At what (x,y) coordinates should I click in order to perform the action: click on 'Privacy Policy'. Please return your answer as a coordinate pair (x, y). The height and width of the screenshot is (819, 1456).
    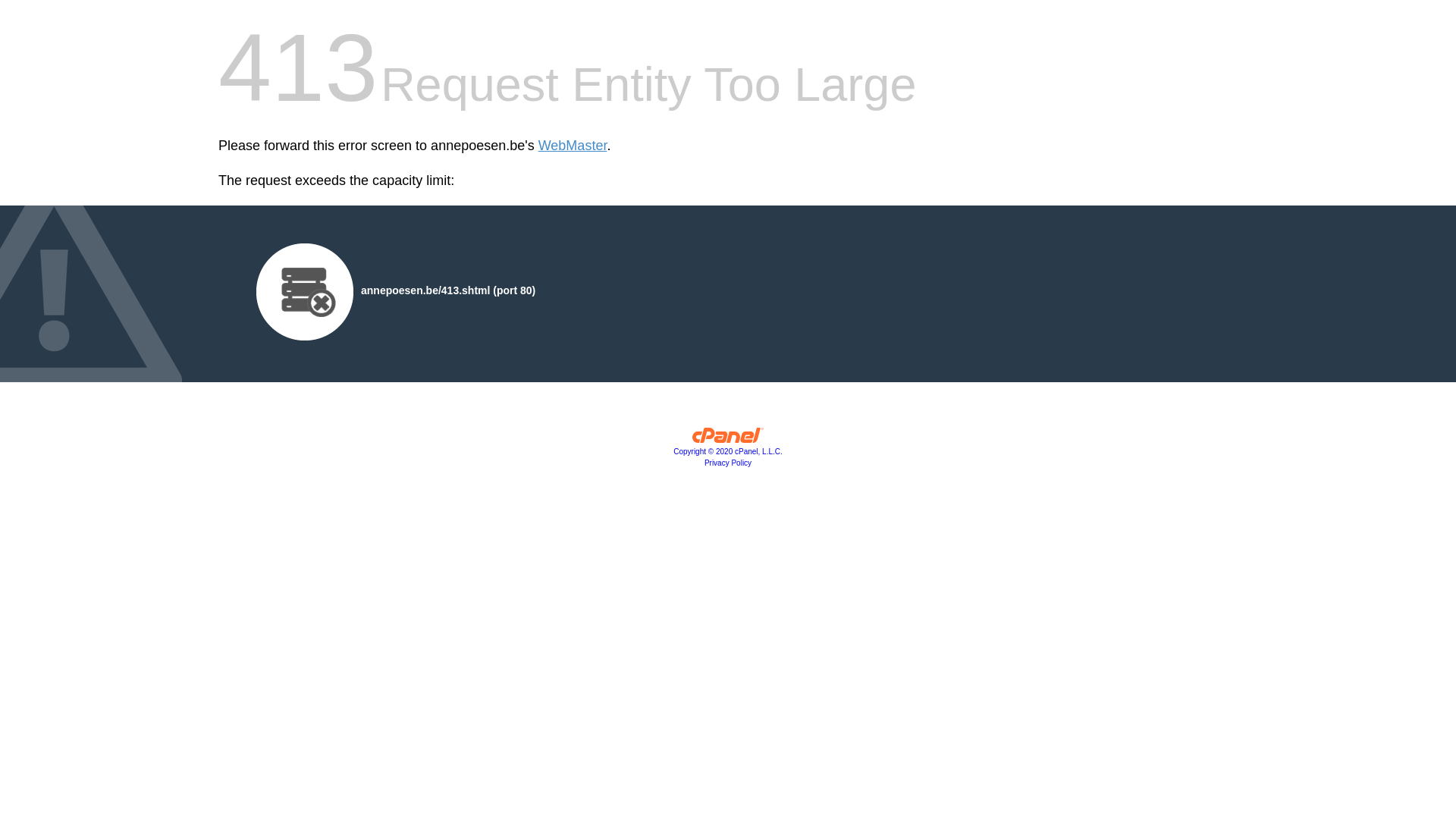
    Looking at the image, I should click on (728, 462).